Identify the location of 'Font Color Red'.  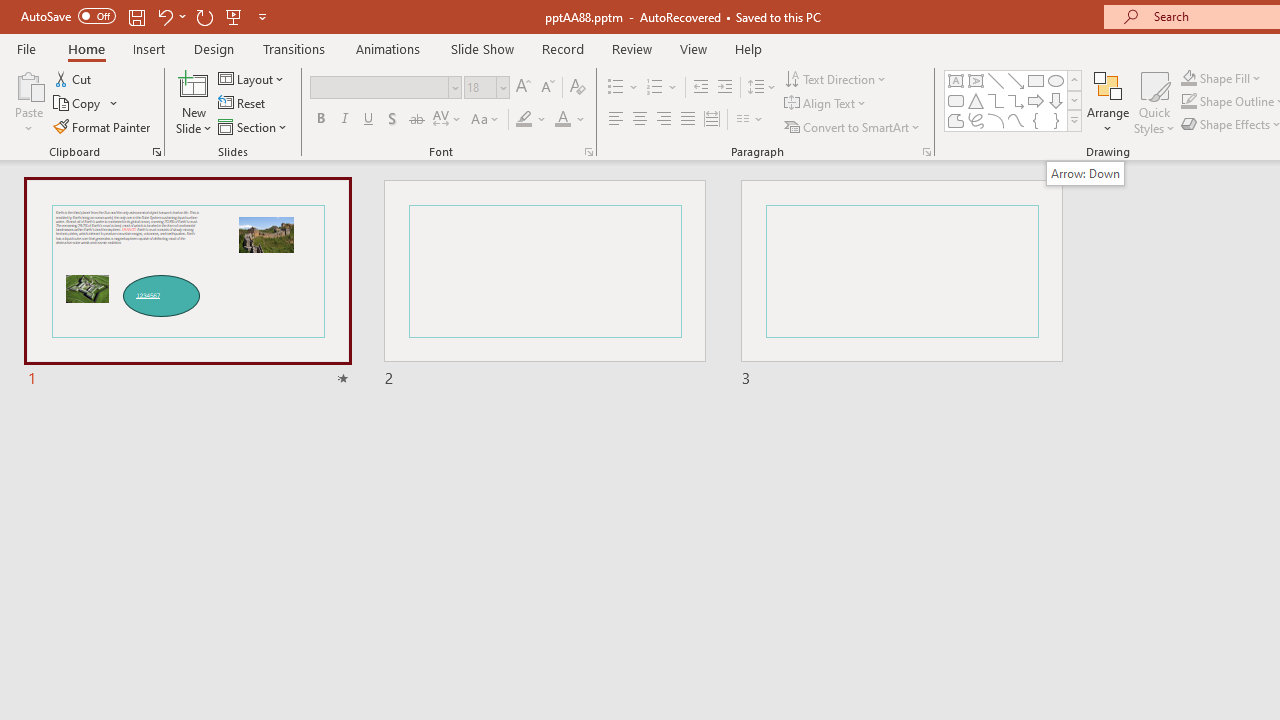
(561, 119).